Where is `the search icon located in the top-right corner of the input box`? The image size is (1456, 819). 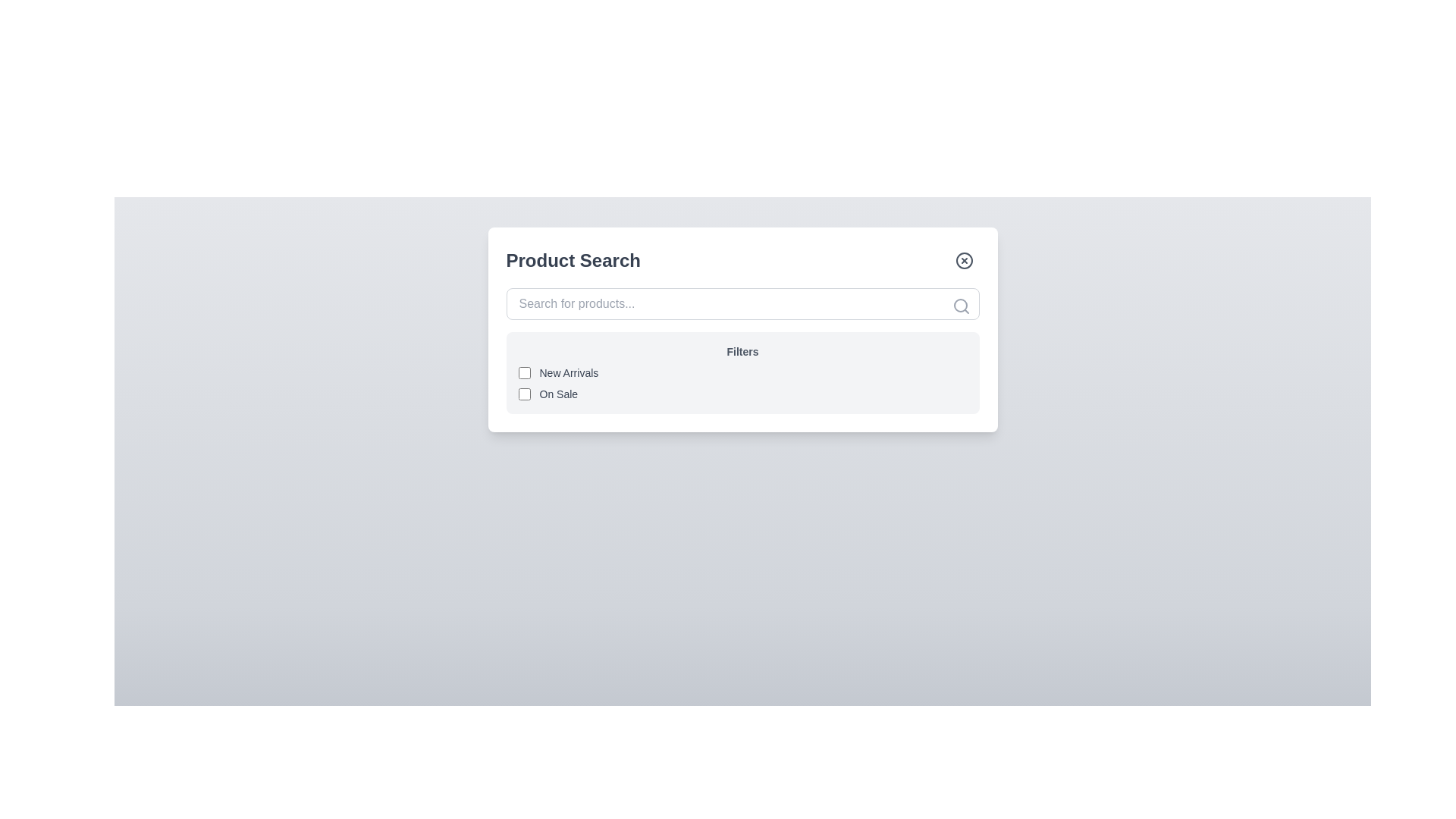 the search icon located in the top-right corner of the input box is located at coordinates (960, 306).